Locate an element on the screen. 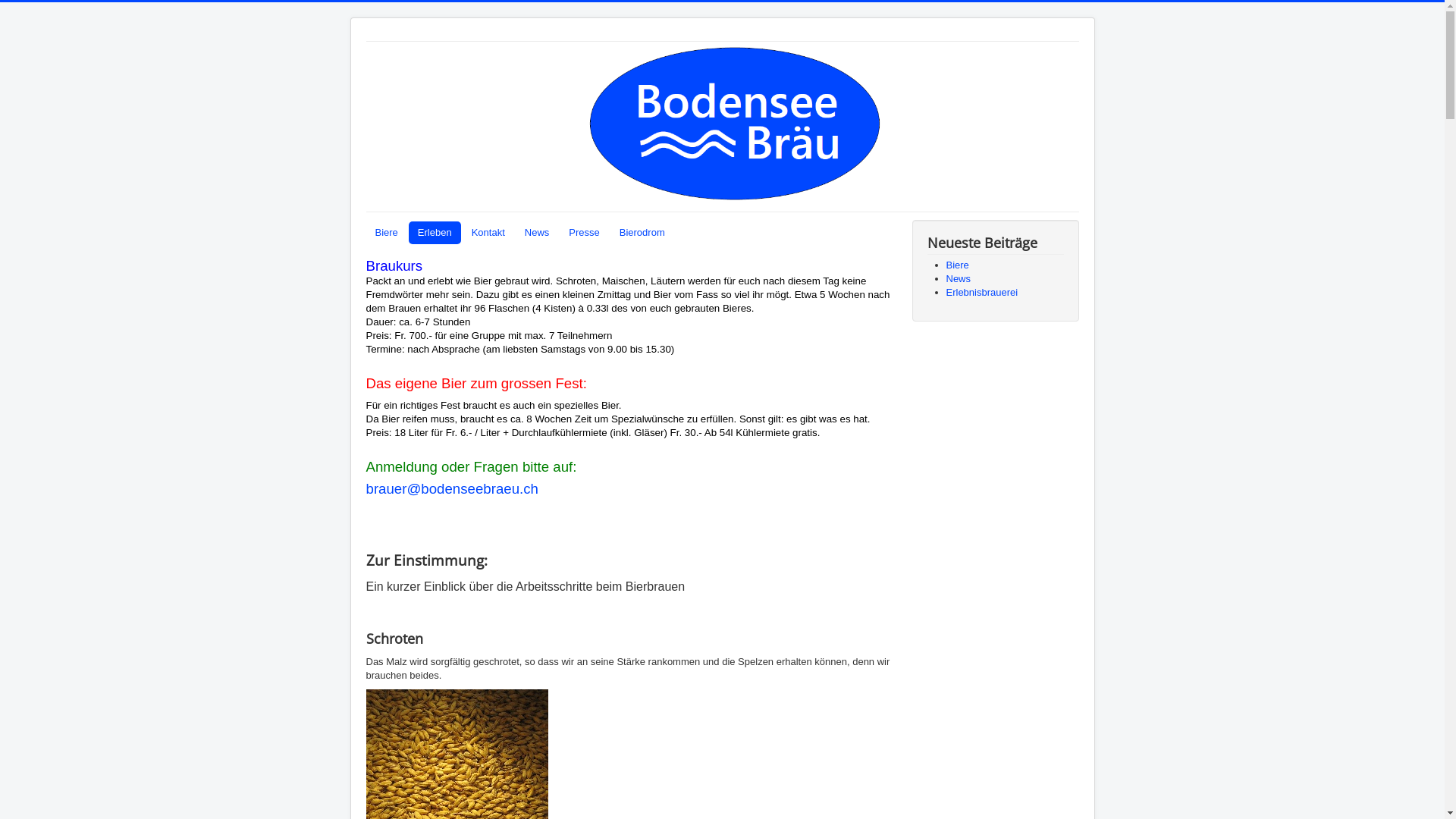  'Biere' is located at coordinates (385, 233).